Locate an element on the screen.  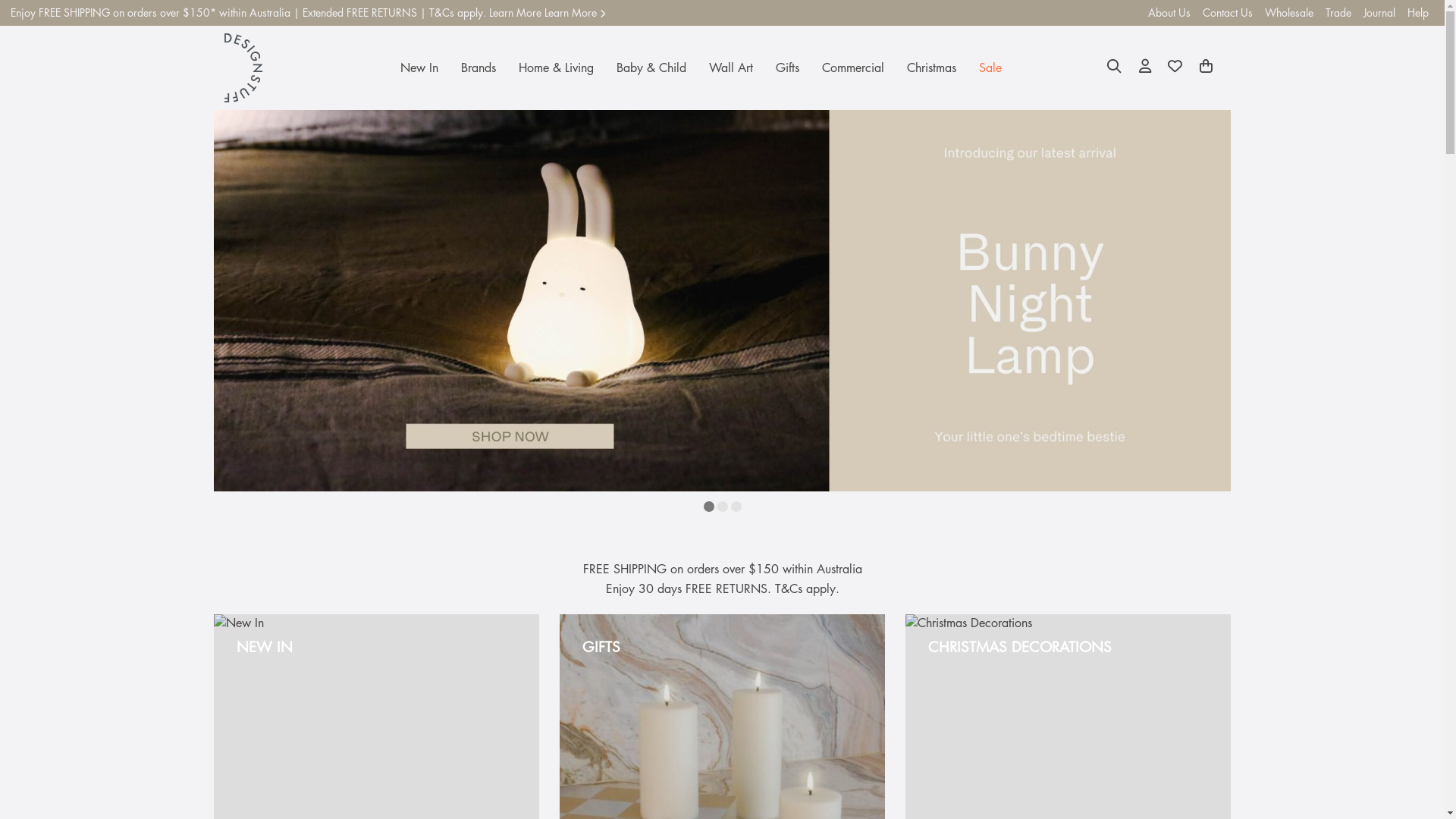
'Home & Living' is located at coordinates (507, 67).